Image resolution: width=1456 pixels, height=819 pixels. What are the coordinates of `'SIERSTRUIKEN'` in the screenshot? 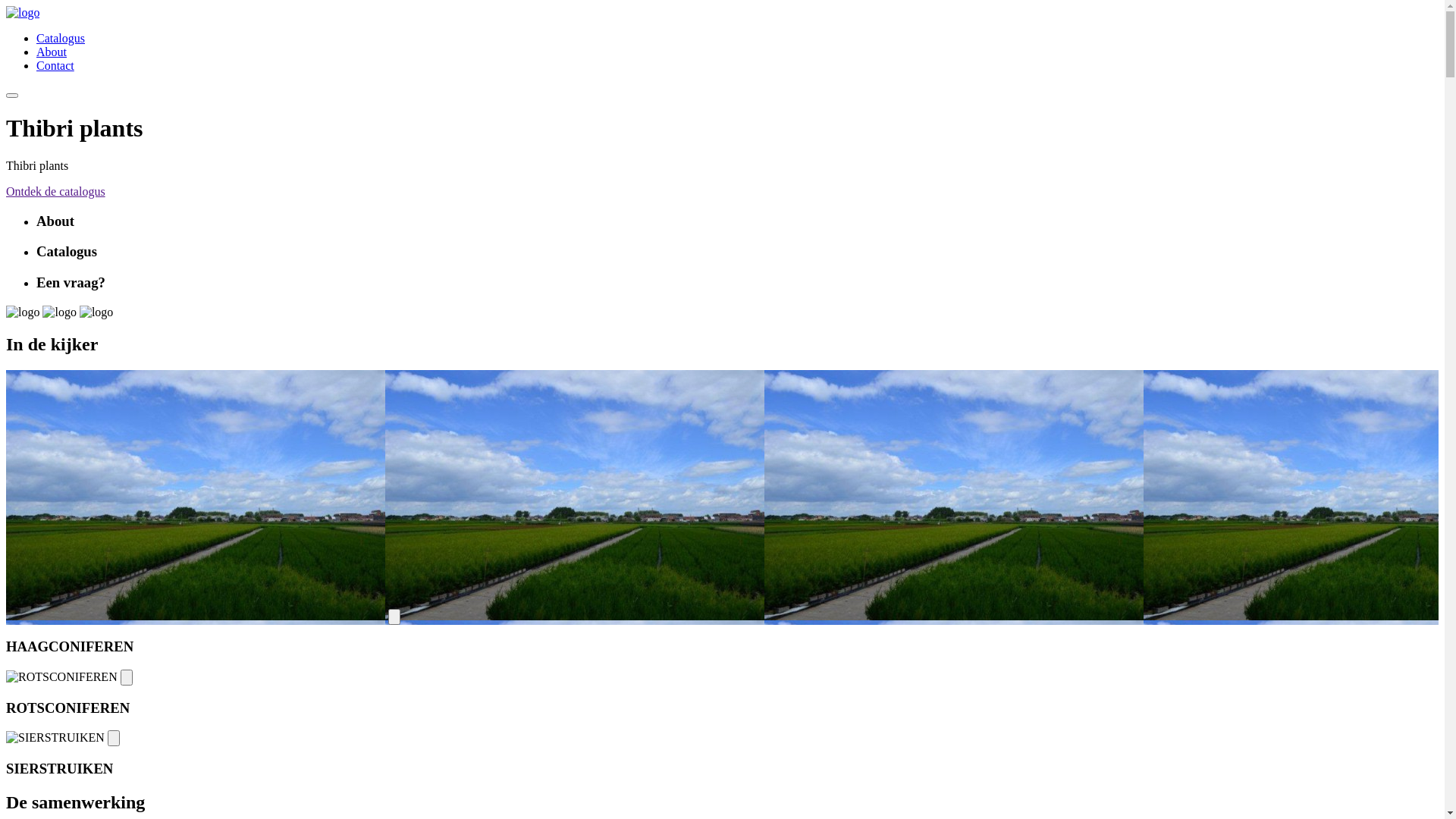 It's located at (6, 736).